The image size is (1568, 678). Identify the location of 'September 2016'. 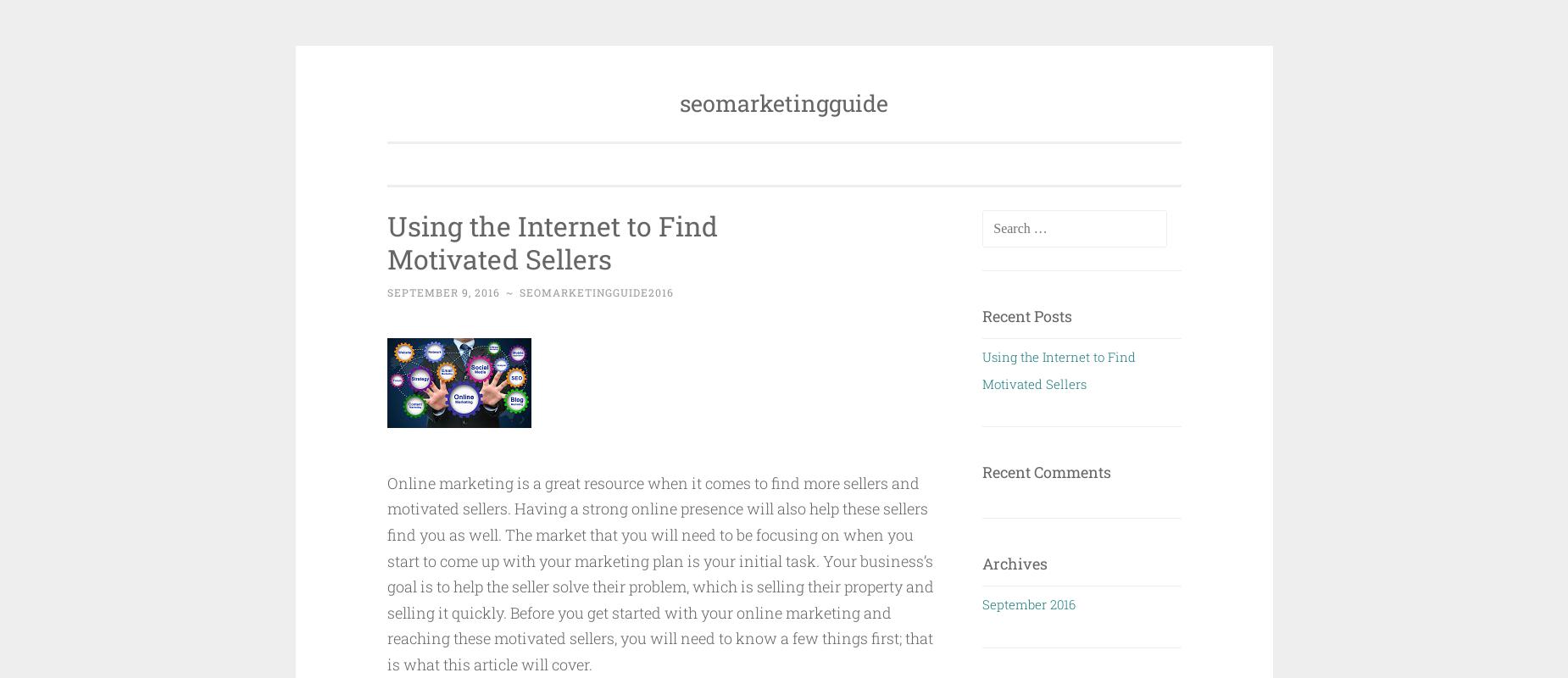
(981, 603).